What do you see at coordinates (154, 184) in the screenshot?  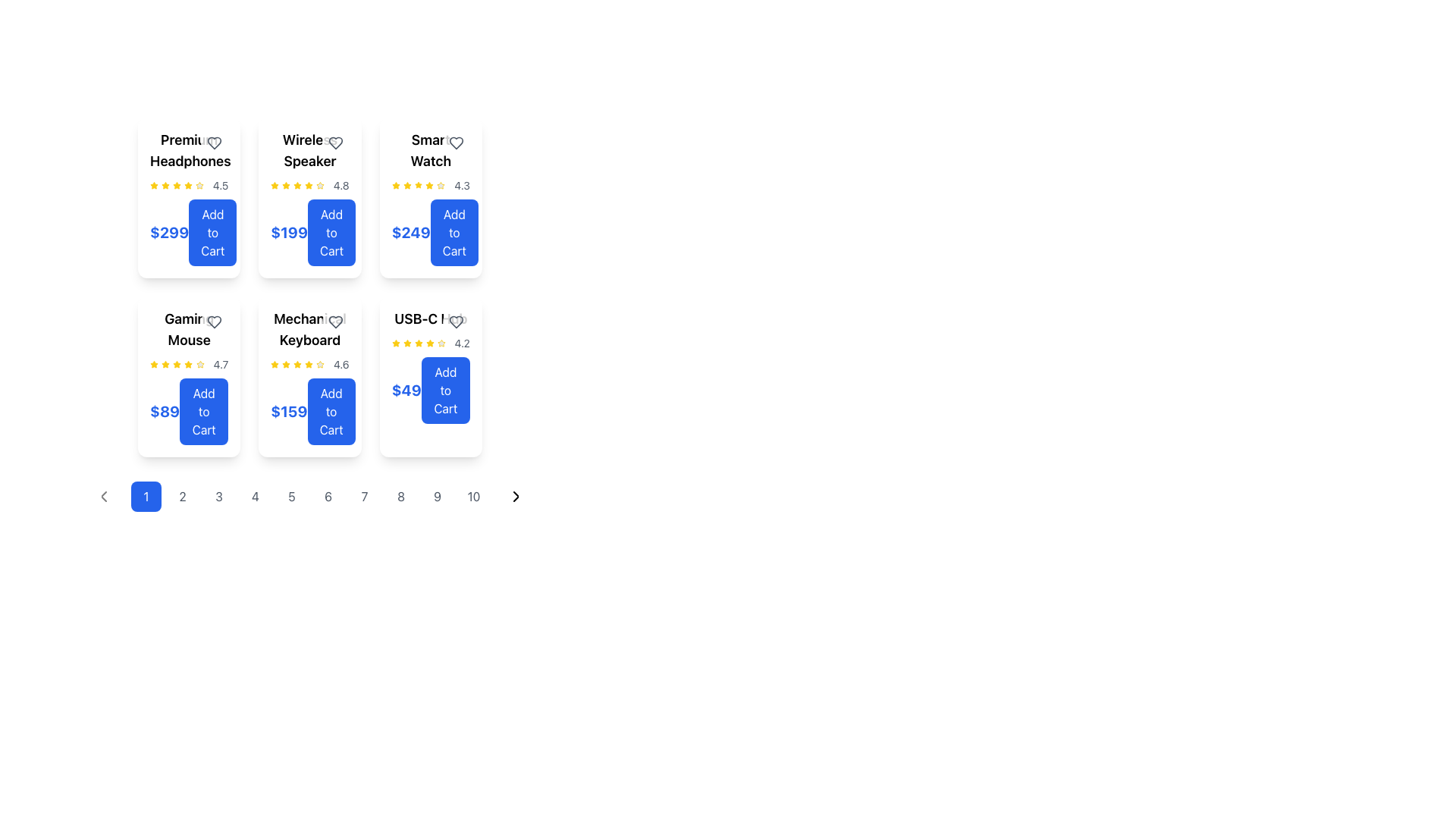 I see `the second rating star icon, which is styled with a yellow fill and outline, located` at bounding box center [154, 184].